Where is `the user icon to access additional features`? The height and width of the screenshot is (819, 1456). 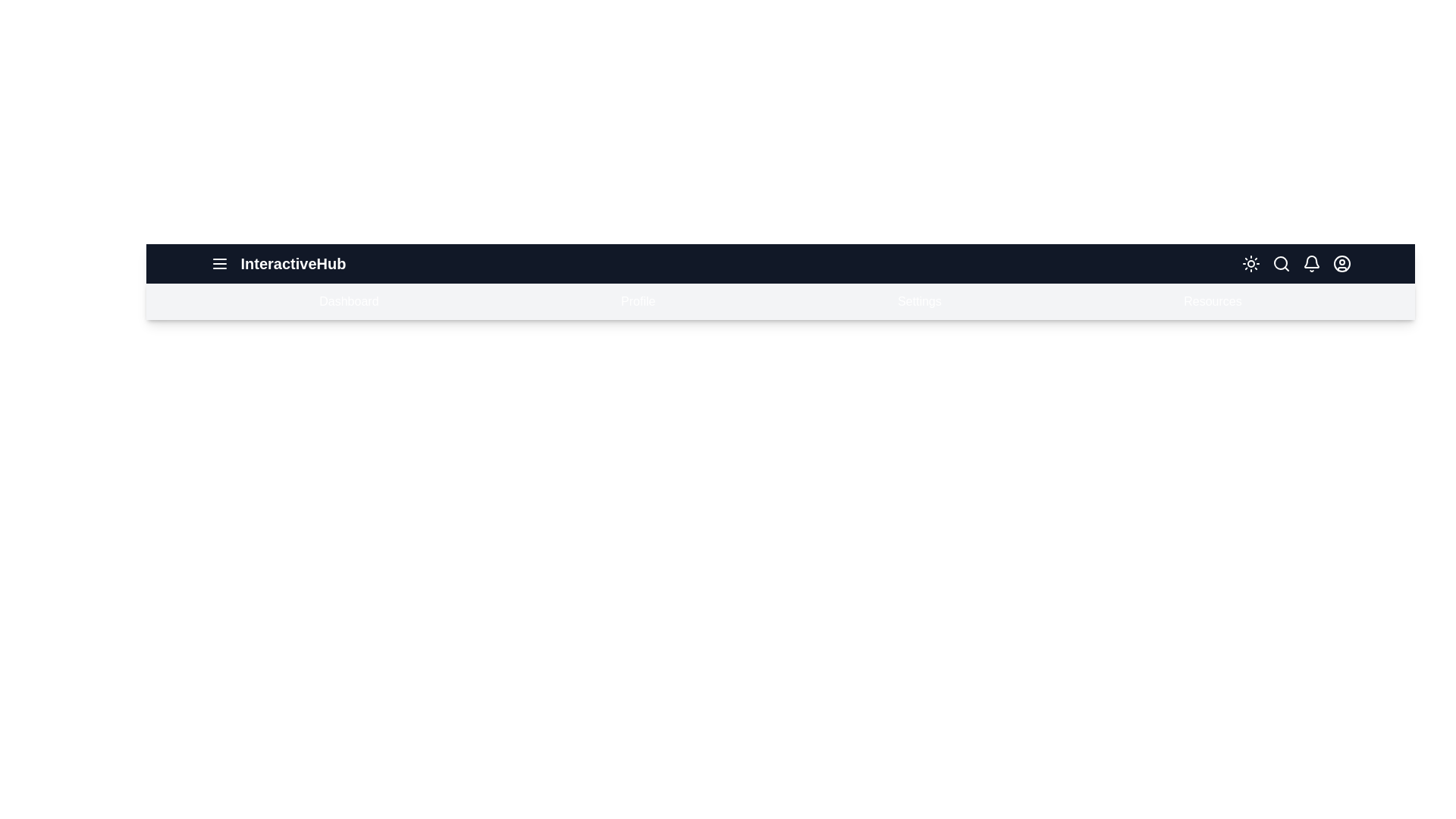
the user icon to access additional features is located at coordinates (1341, 262).